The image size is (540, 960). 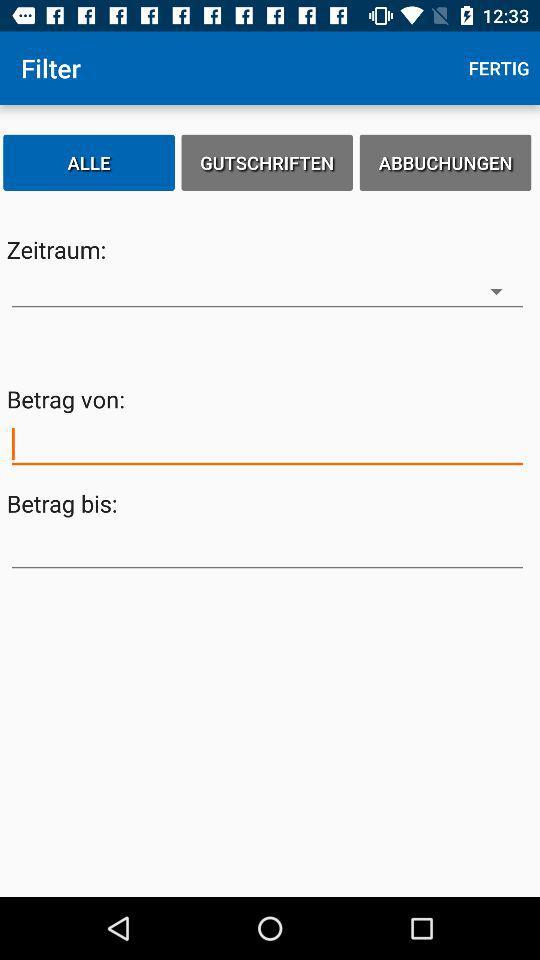 What do you see at coordinates (267, 161) in the screenshot?
I see `the gutschriften` at bounding box center [267, 161].